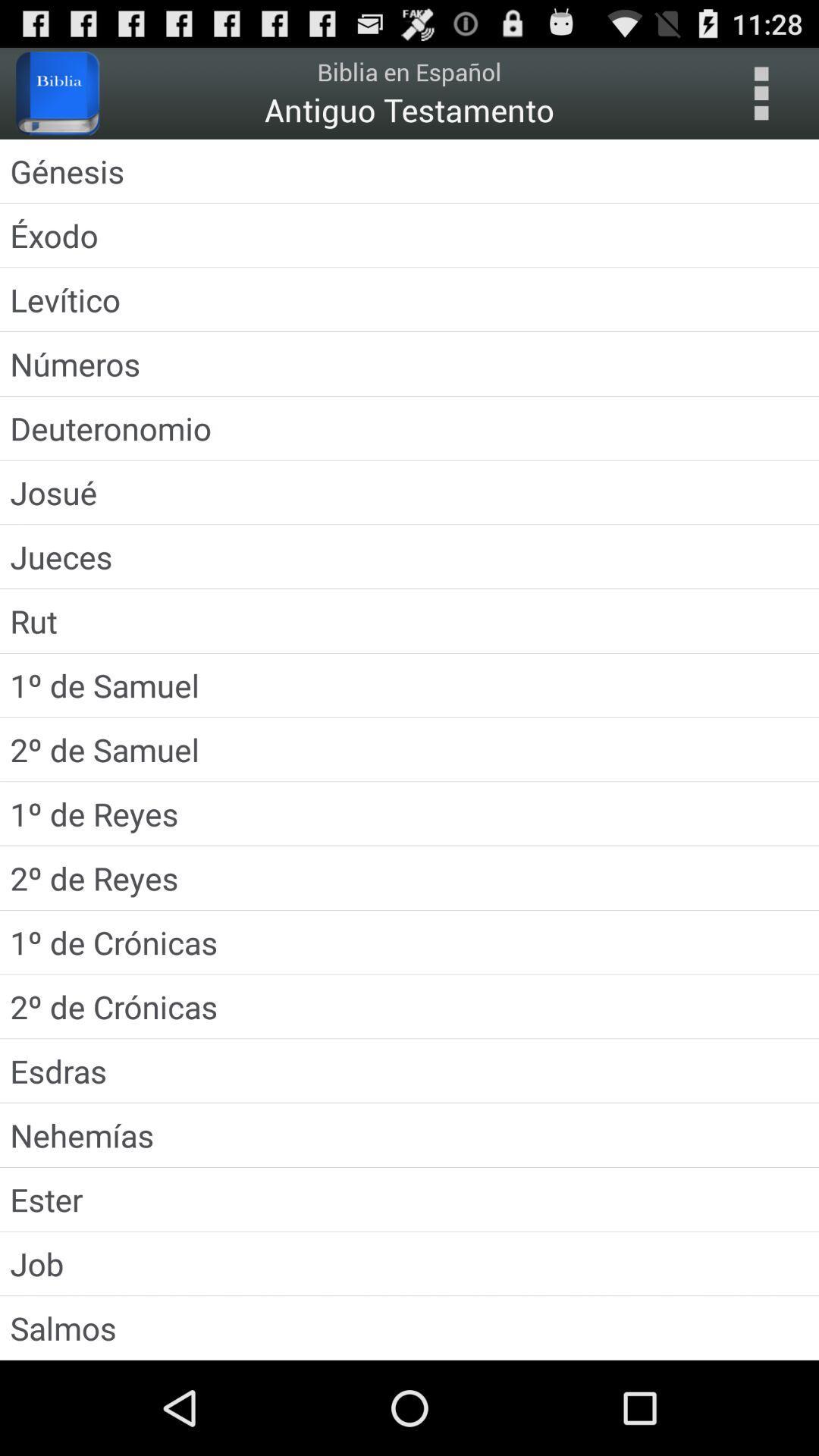 This screenshot has width=819, height=1456. What do you see at coordinates (409, 1327) in the screenshot?
I see `icon below job icon` at bounding box center [409, 1327].